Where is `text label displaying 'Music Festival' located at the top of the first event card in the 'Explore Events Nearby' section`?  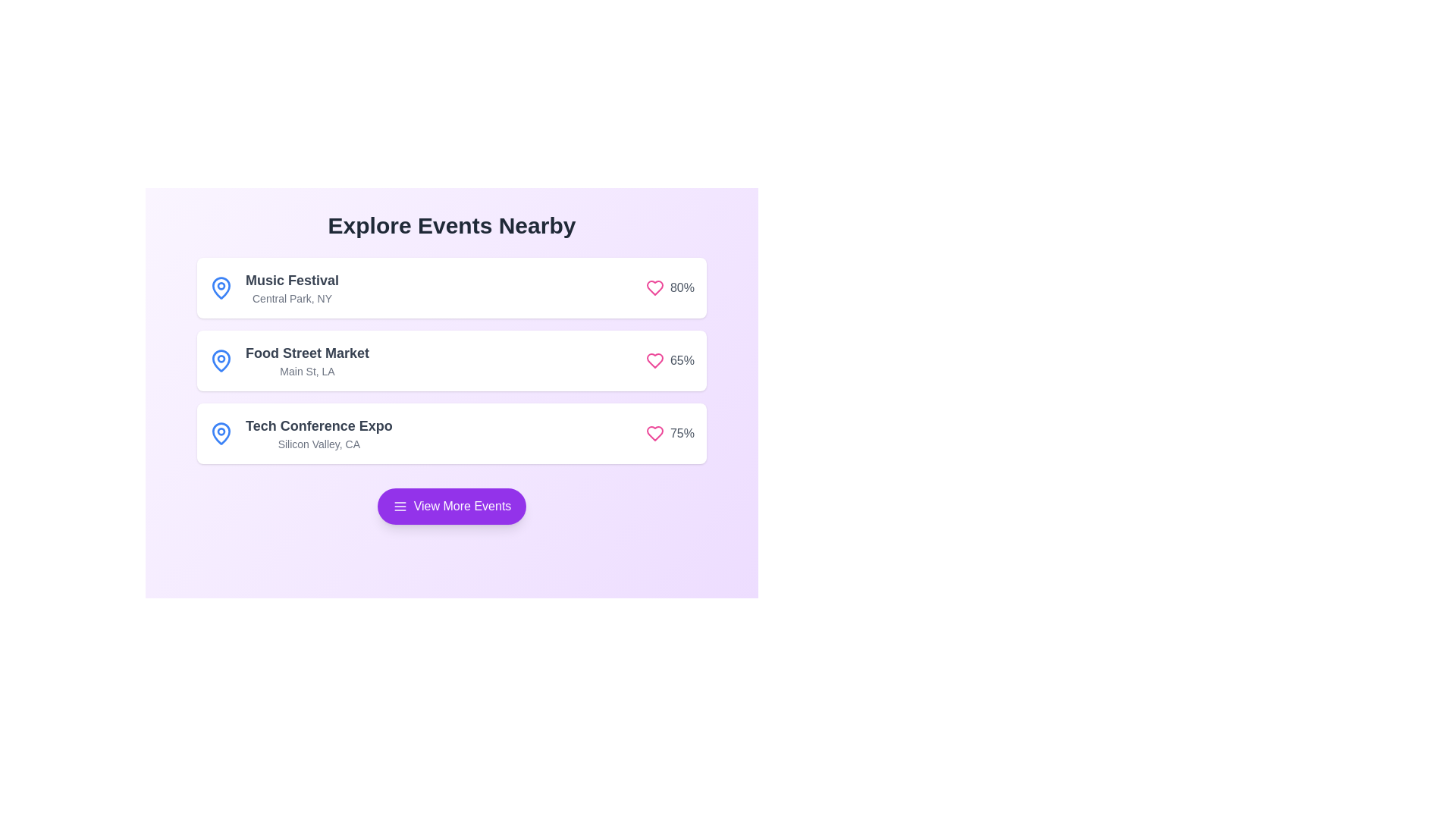
text label displaying 'Music Festival' located at the top of the first event card in the 'Explore Events Nearby' section is located at coordinates (292, 281).